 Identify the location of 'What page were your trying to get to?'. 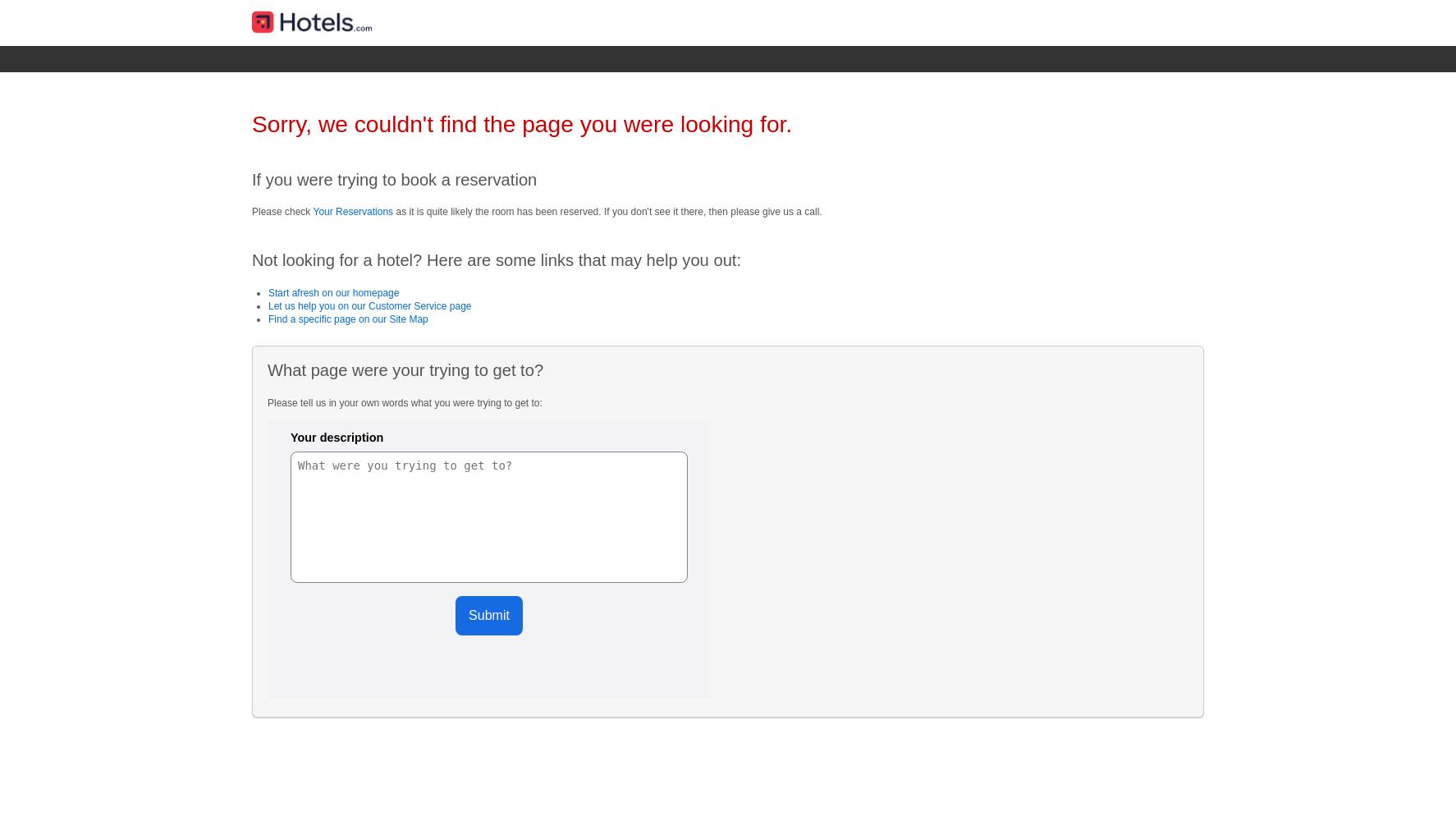
(268, 369).